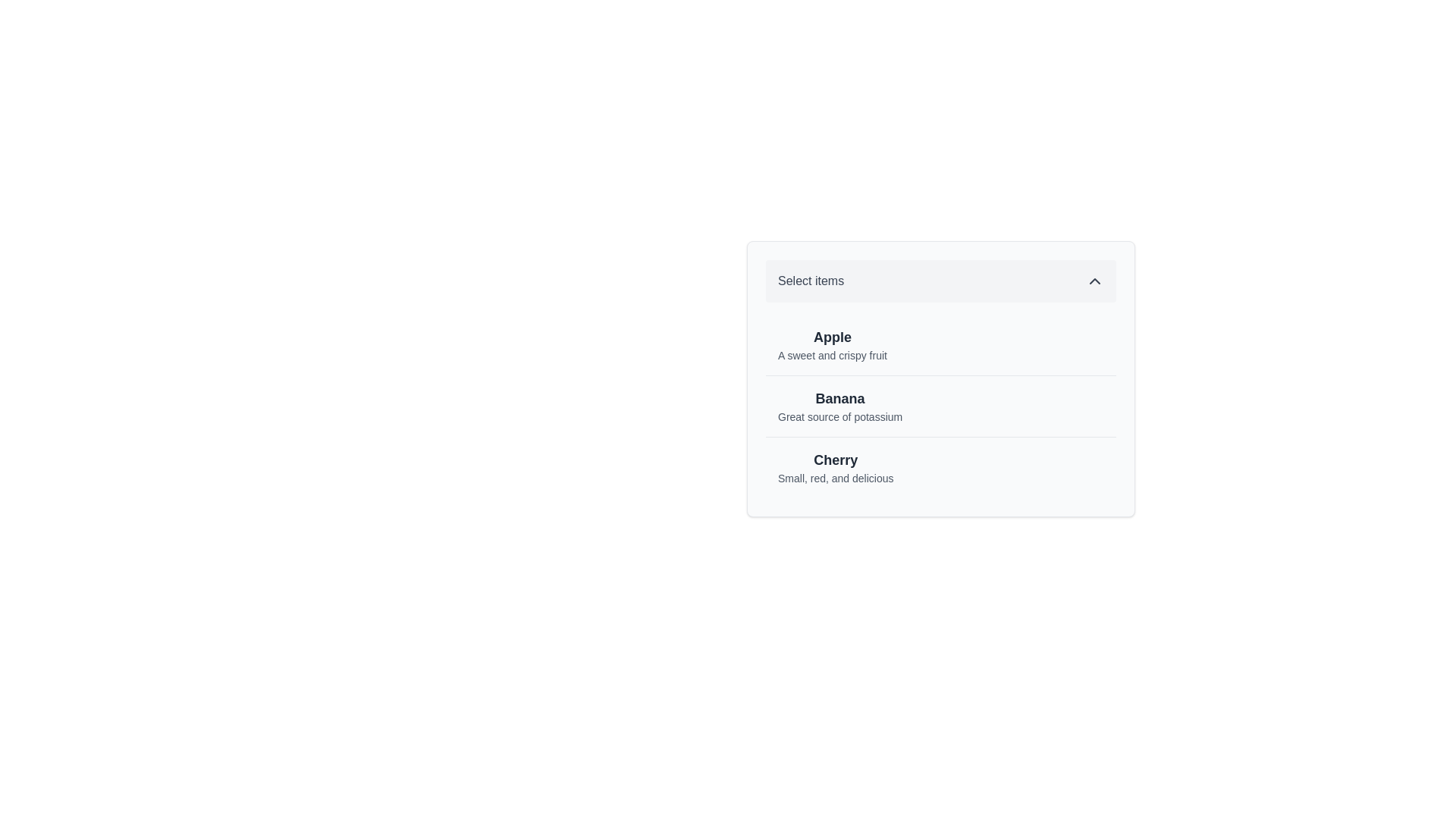 This screenshot has height=819, width=1456. Describe the element at coordinates (832, 336) in the screenshot. I see `the static text label displaying 'Apple', which is the first item in the dropdown menu under 'Select items'` at that location.